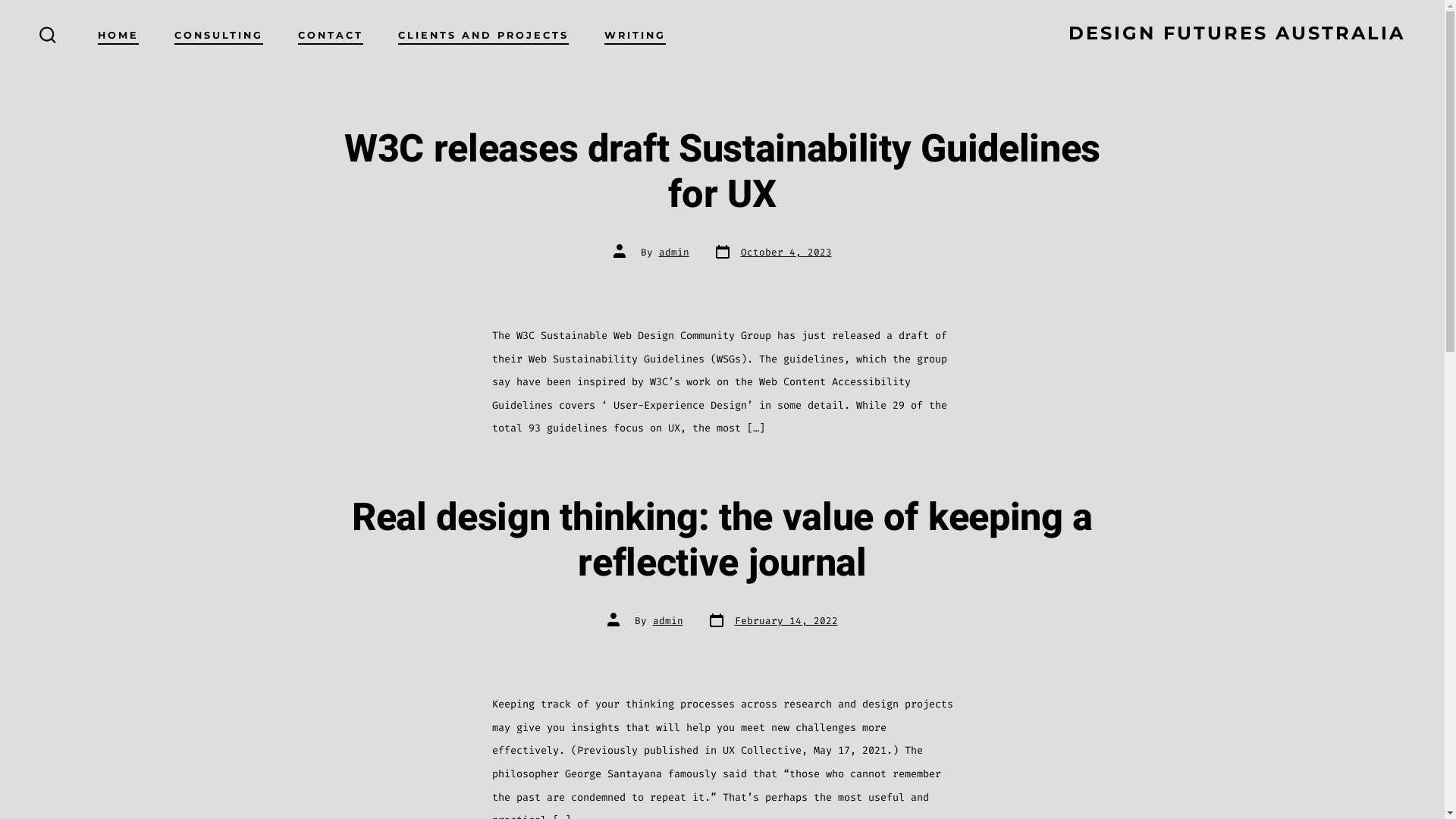 The image size is (1456, 819). Describe the element at coordinates (1237, 35) in the screenshot. I see `'DESIGN FUTURES AUSTRALIA'` at that location.